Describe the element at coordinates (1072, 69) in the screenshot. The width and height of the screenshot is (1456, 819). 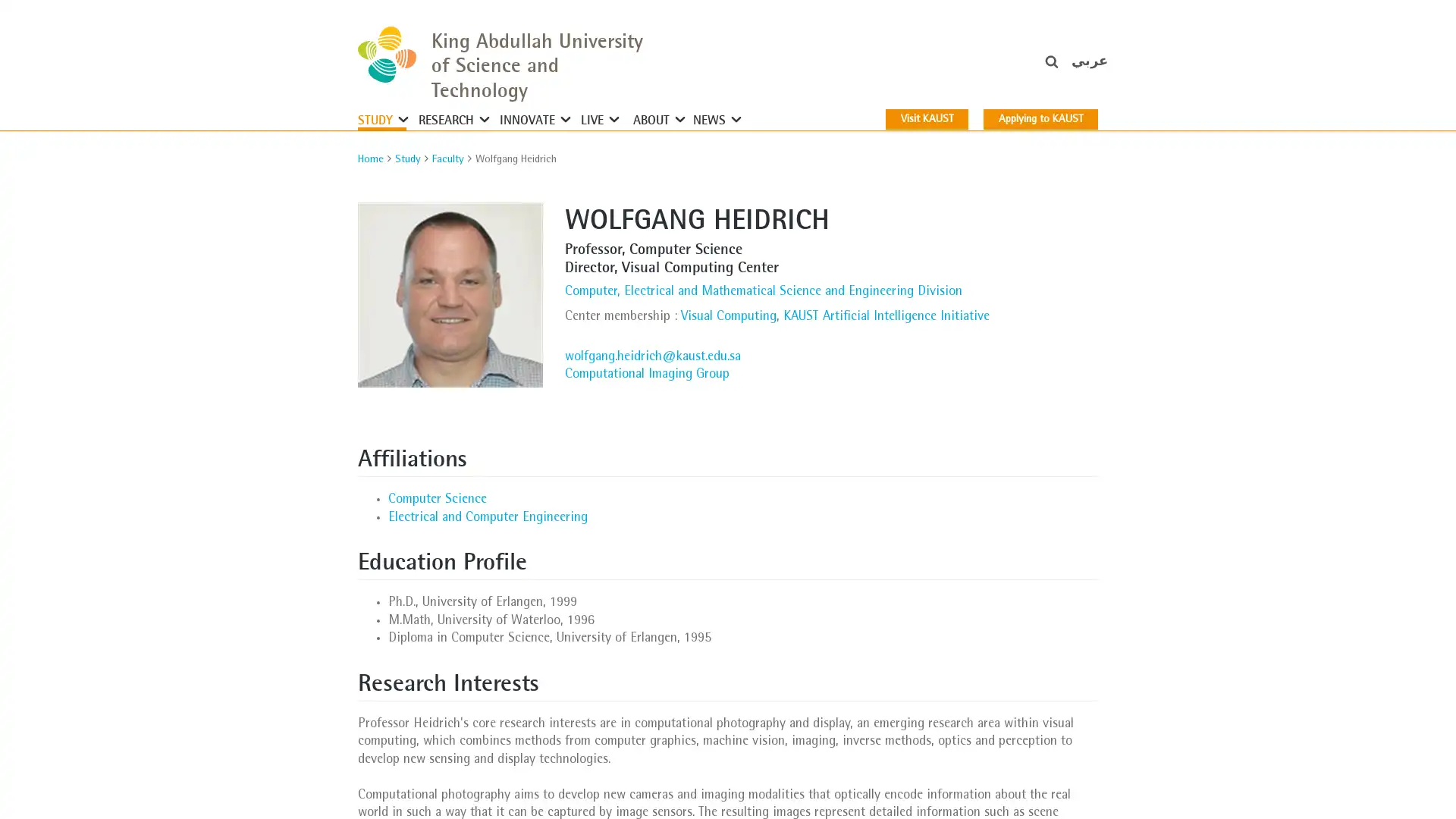
I see `search` at that location.